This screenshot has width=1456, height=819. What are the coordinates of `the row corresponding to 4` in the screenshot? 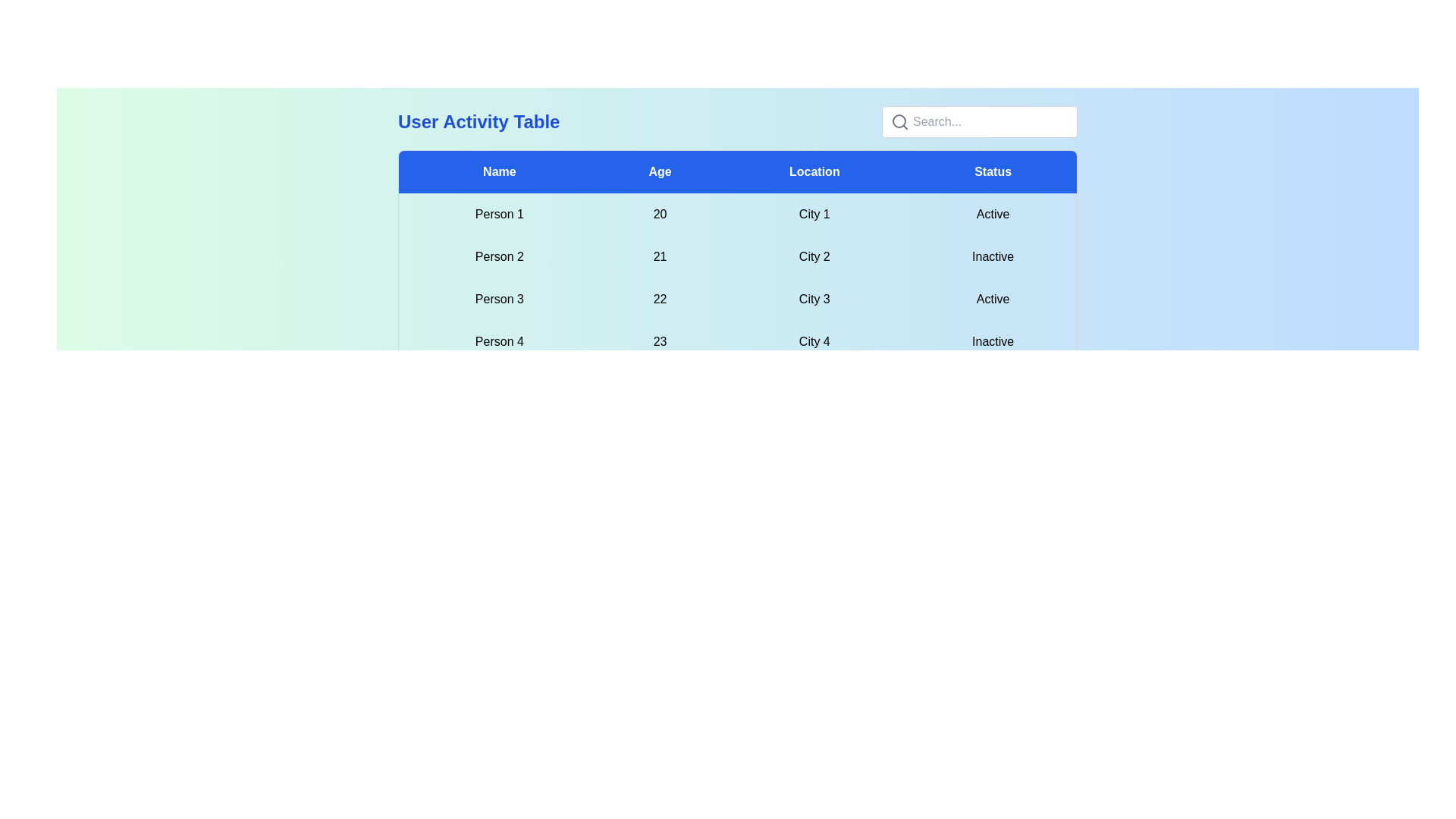 It's located at (738, 342).